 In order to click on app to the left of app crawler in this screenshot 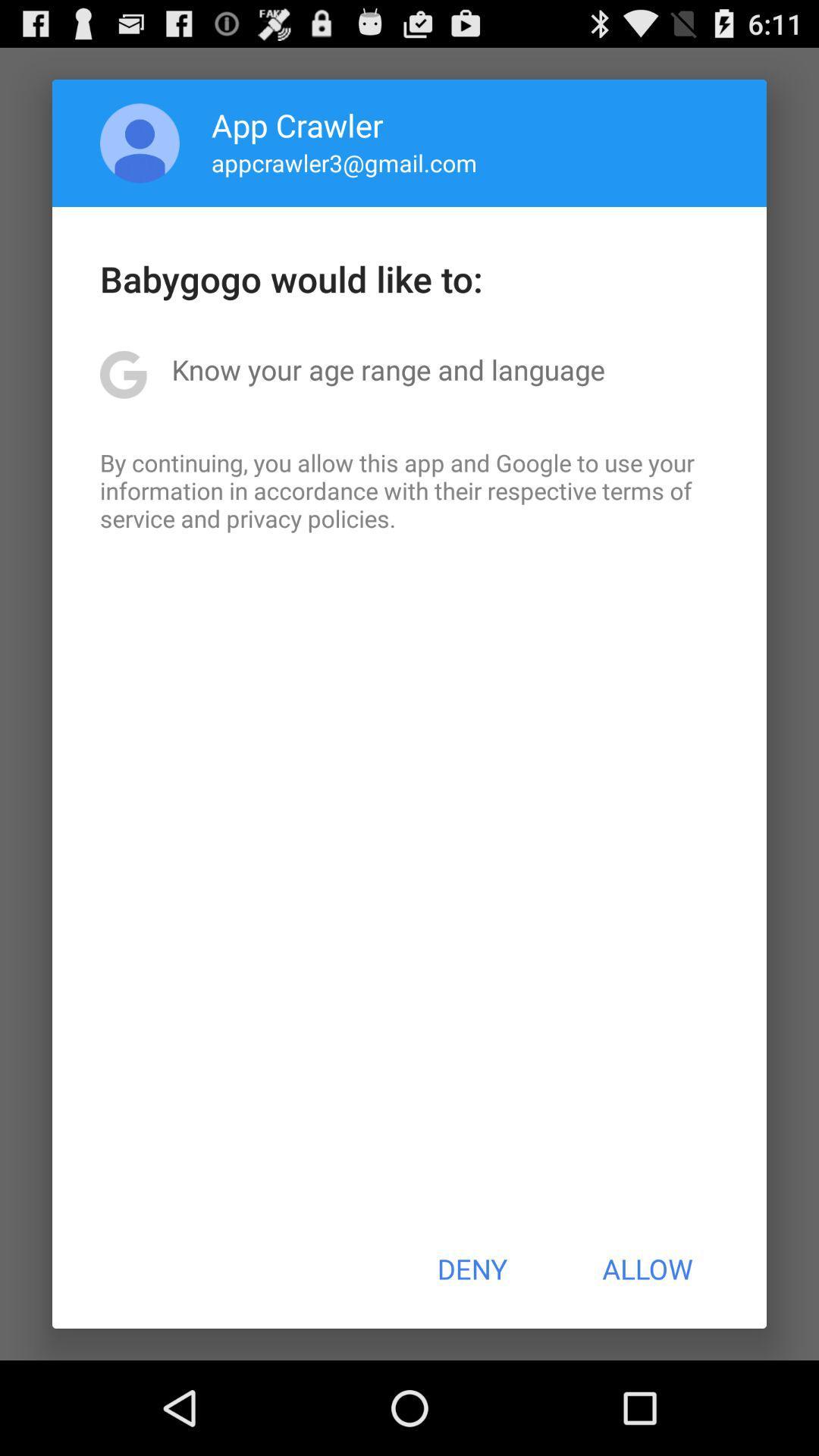, I will do `click(140, 143)`.